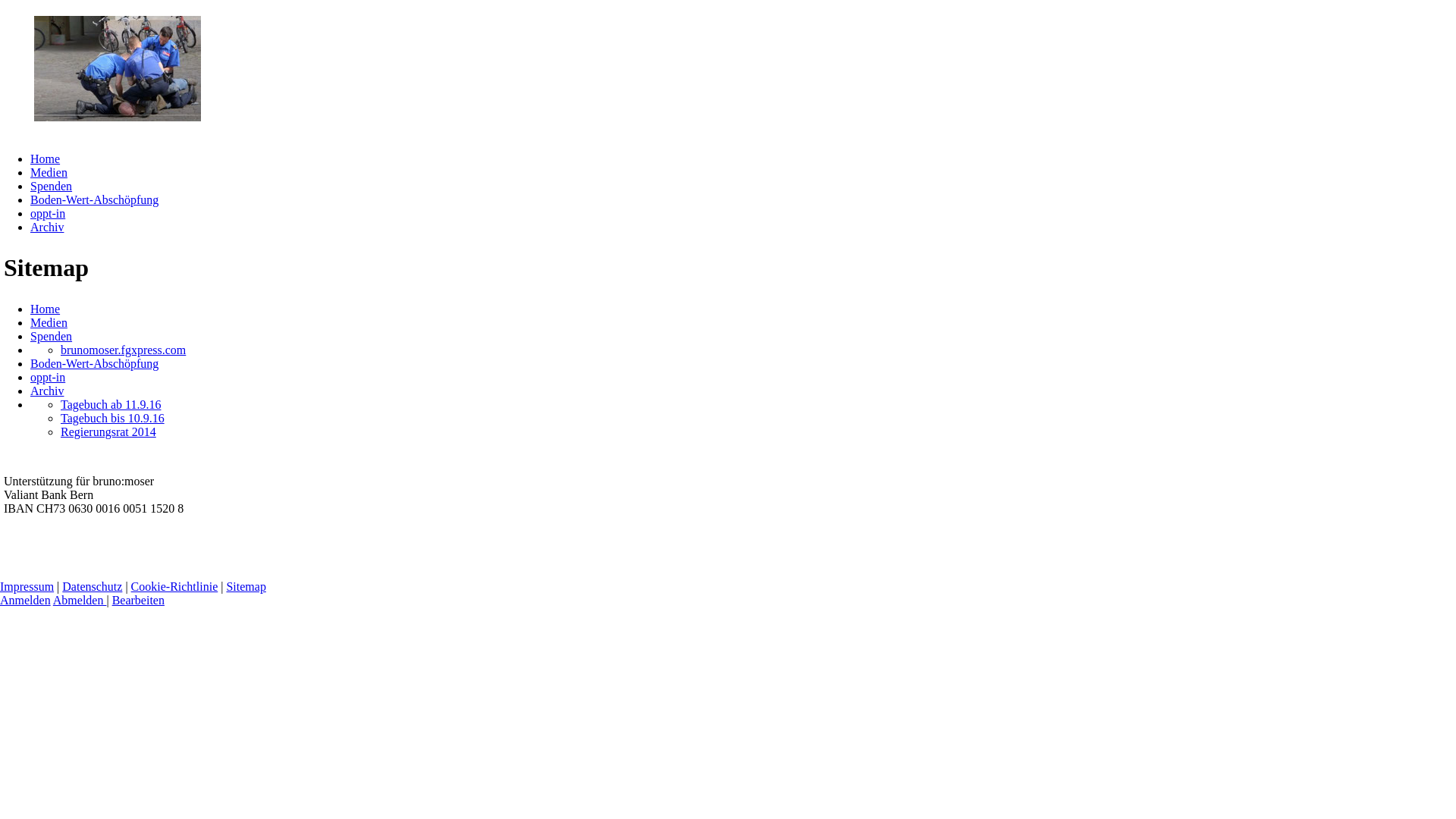  What do you see at coordinates (30, 335) in the screenshot?
I see `'Spenden'` at bounding box center [30, 335].